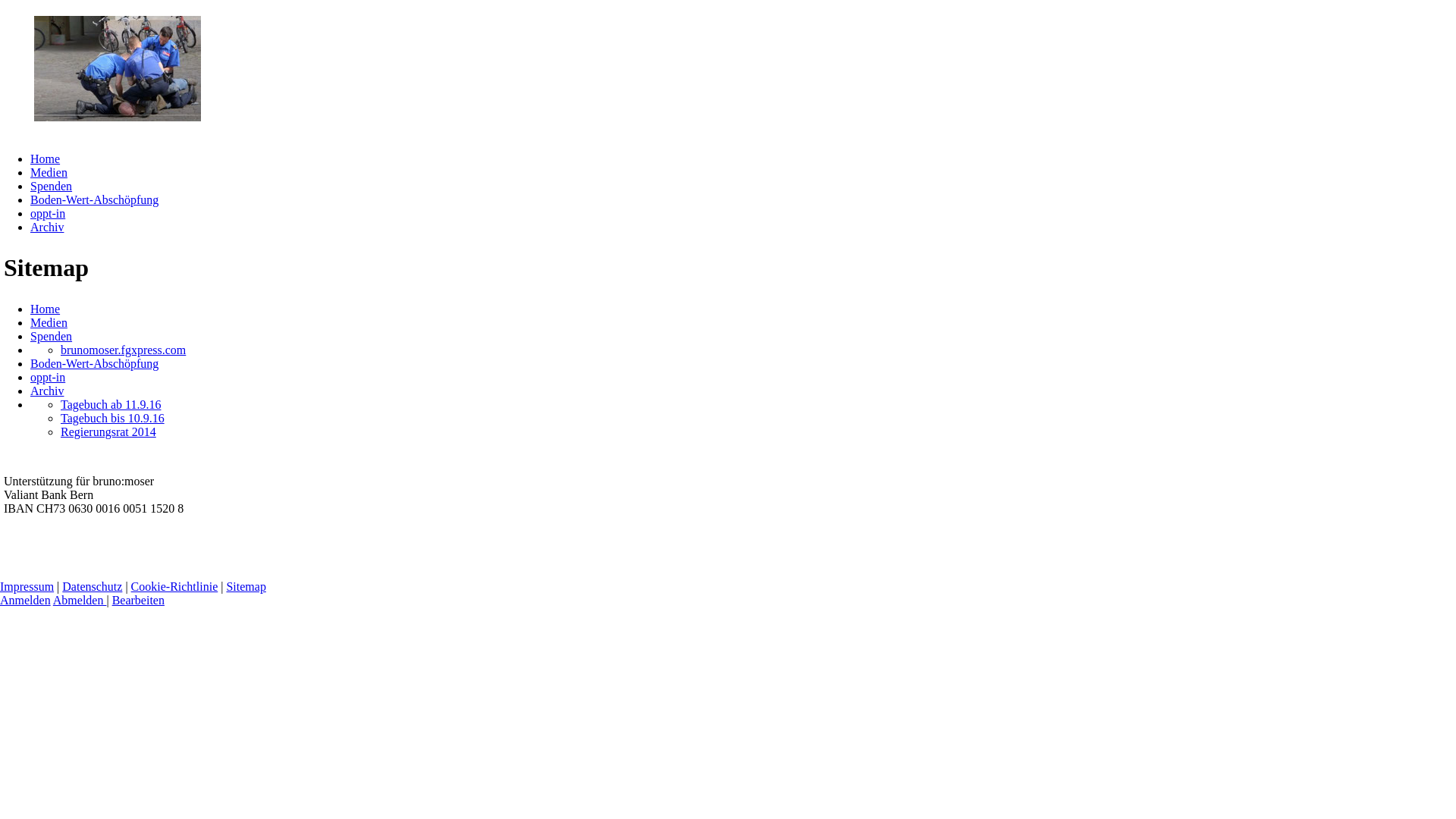  What do you see at coordinates (30, 335) in the screenshot?
I see `'Spenden'` at bounding box center [30, 335].